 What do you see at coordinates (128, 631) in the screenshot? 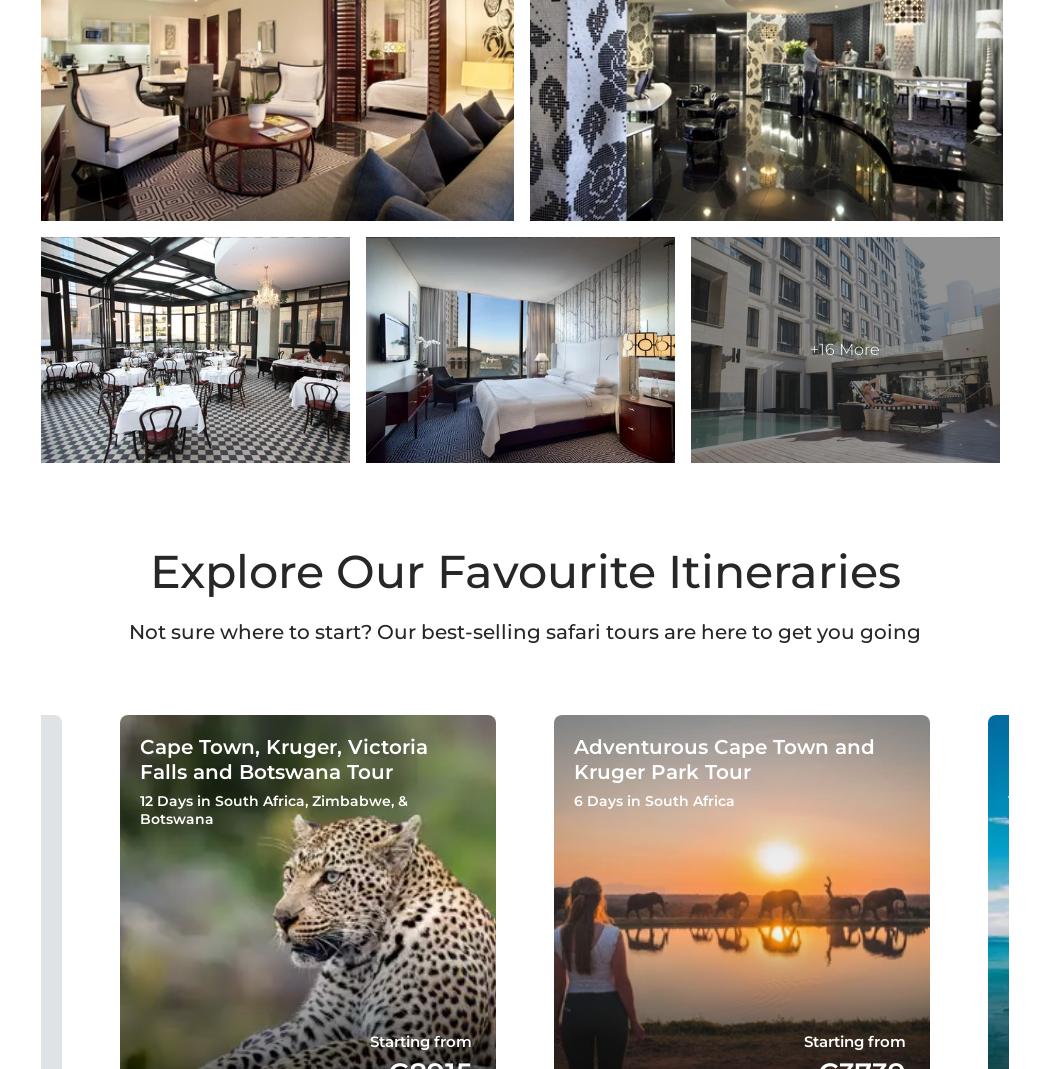
I see `'Not sure where to start? Our best-selling safari tours are here to get you going'` at bounding box center [128, 631].